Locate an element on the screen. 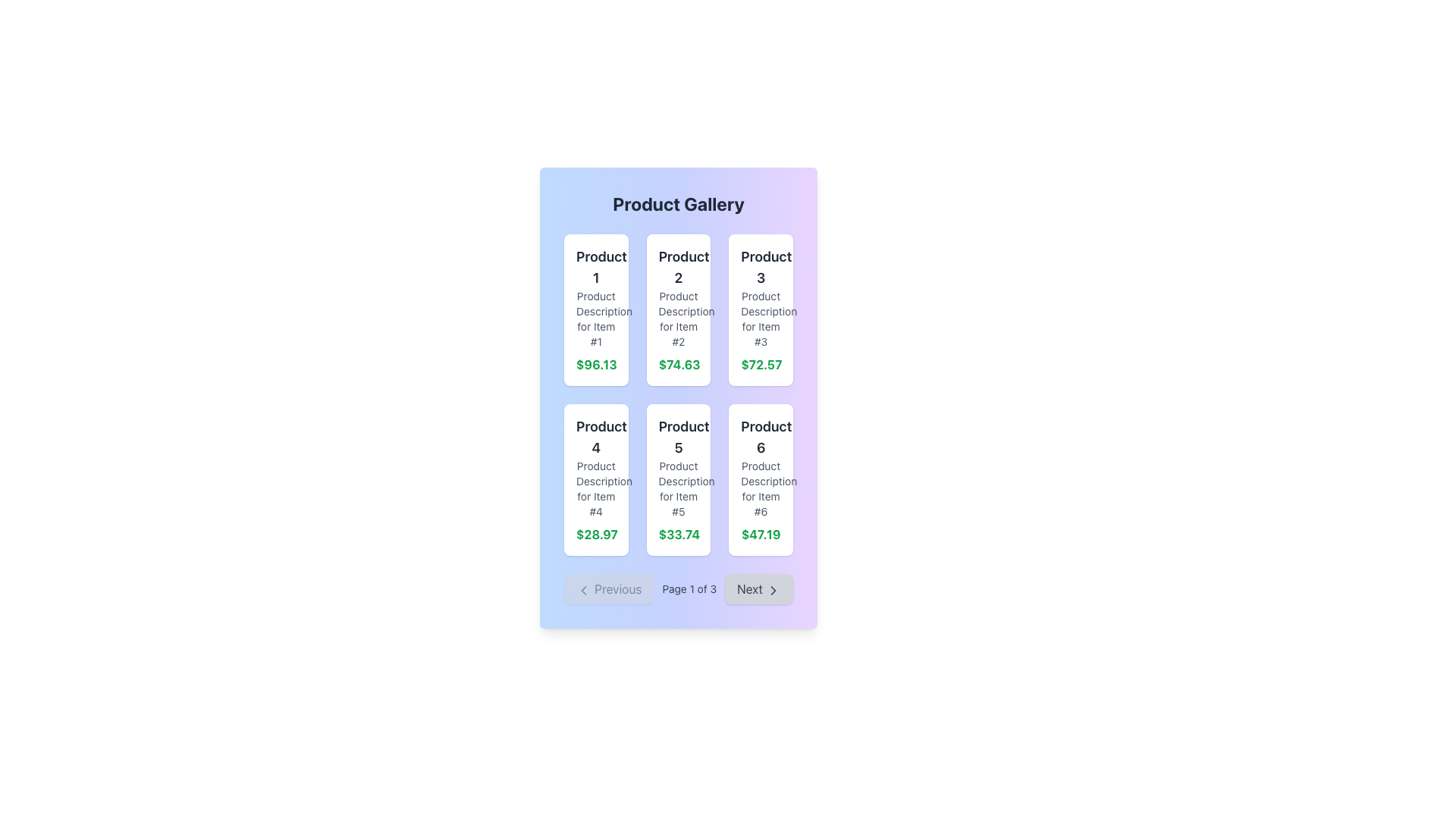 This screenshot has width=1456, height=819. the price text label of 'Product 3' is located at coordinates (761, 365).